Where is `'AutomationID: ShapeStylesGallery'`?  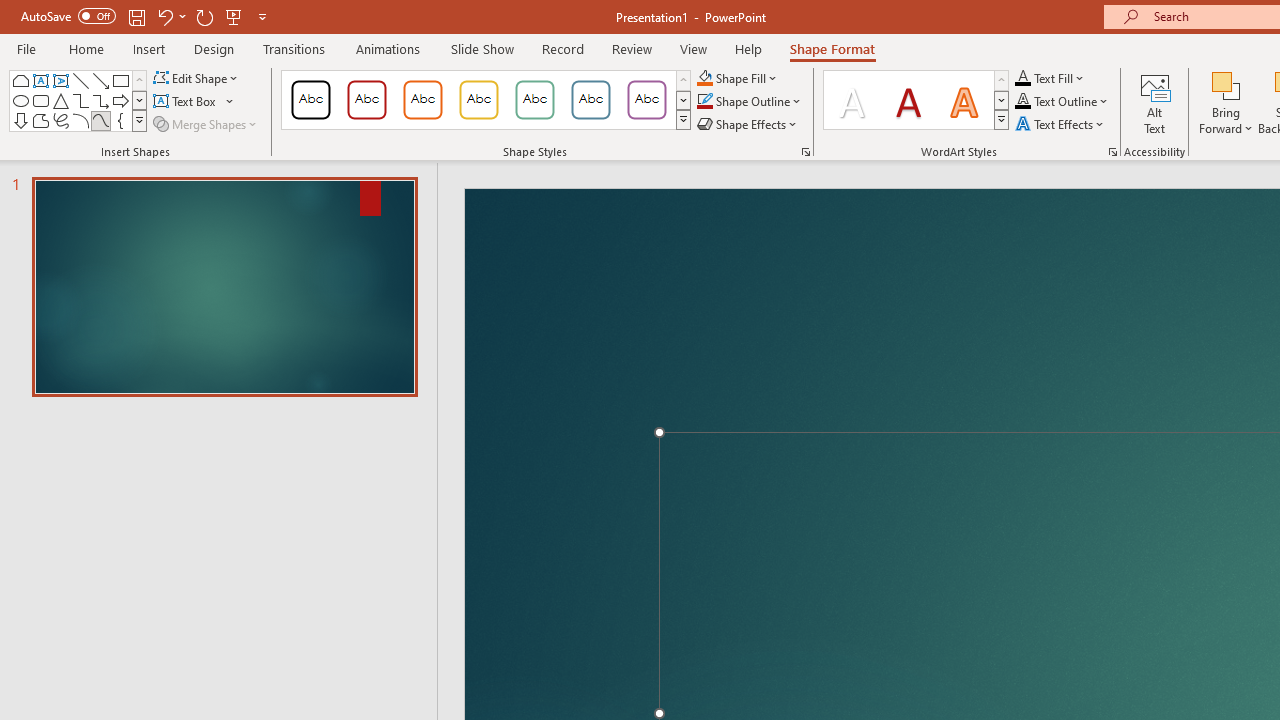
'AutomationID: ShapeStylesGallery' is located at coordinates (487, 100).